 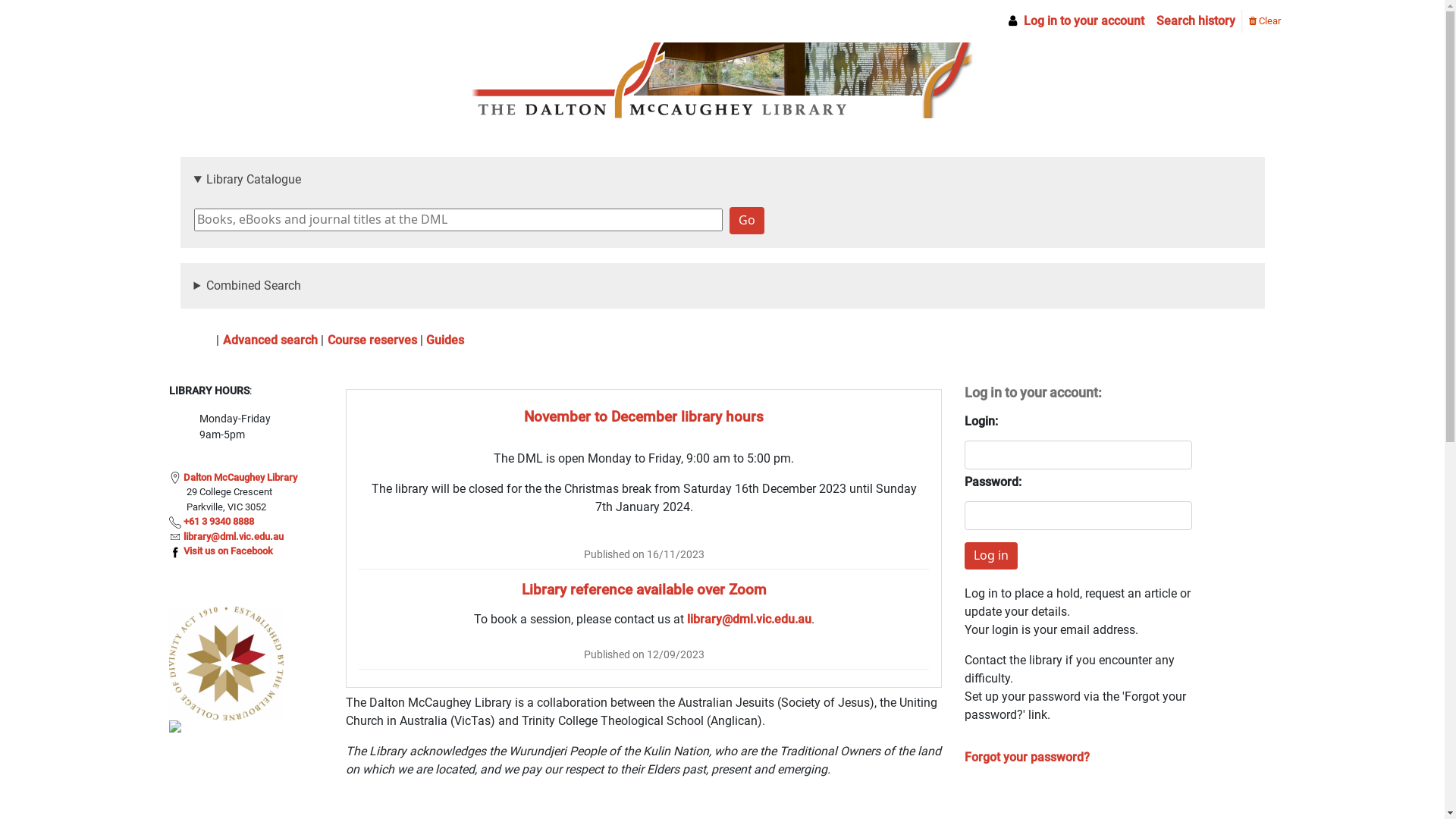 I want to click on 'Clear', so click(x=1263, y=20).